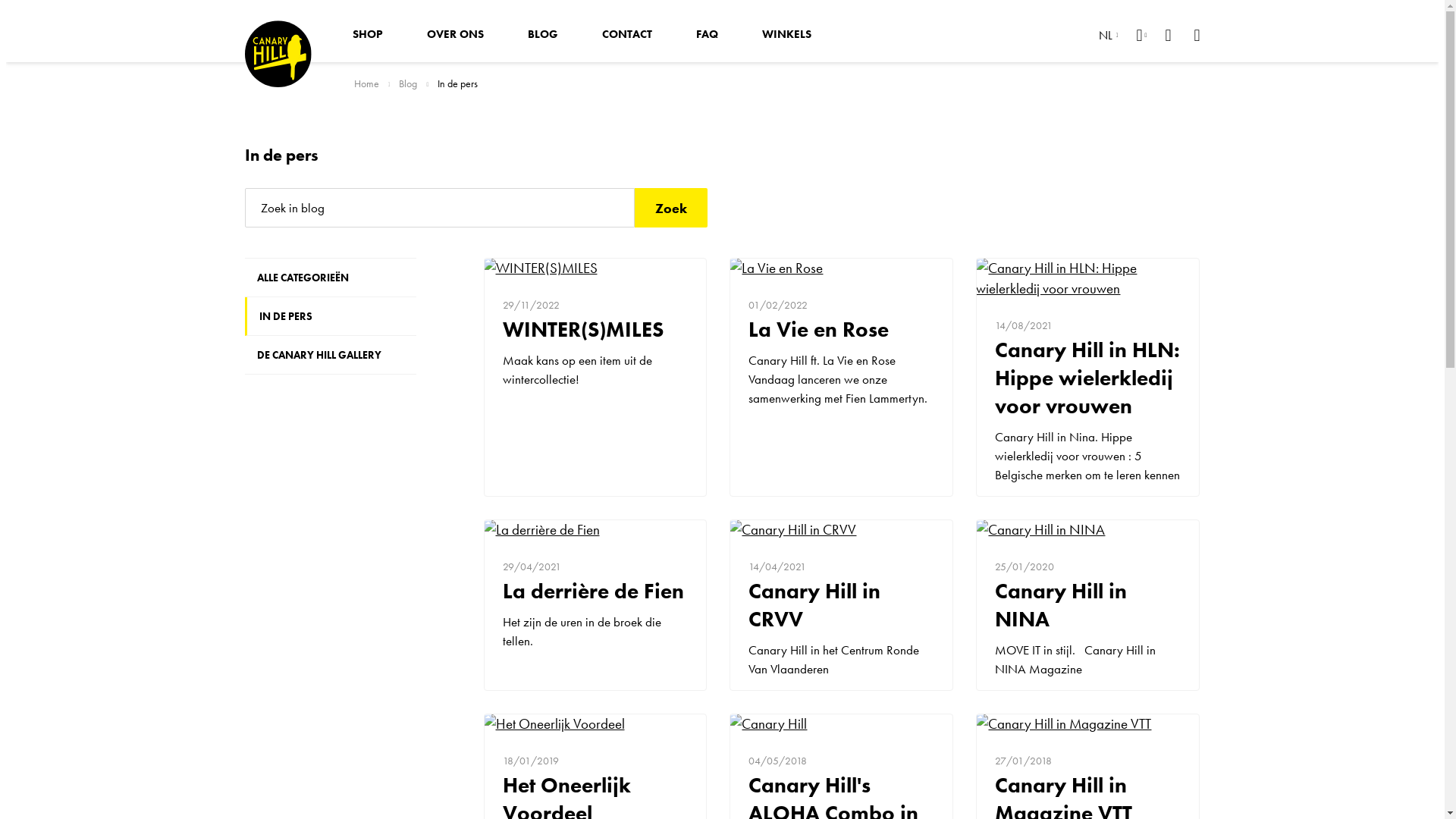 Image resolution: width=1456 pixels, height=819 pixels. What do you see at coordinates (626, 34) in the screenshot?
I see `'CONTACT'` at bounding box center [626, 34].